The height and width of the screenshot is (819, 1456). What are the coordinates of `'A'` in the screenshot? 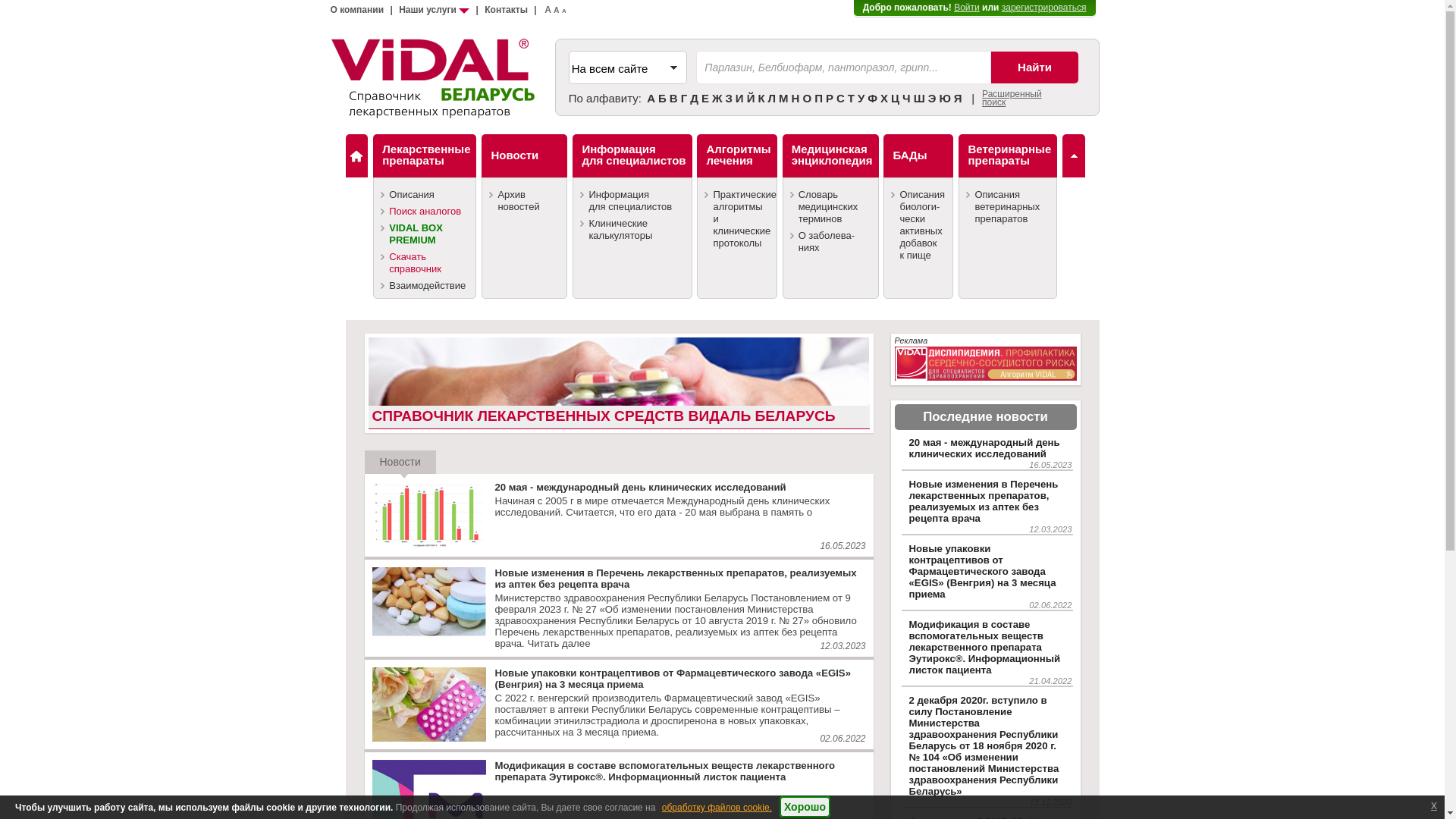 It's located at (547, 9).